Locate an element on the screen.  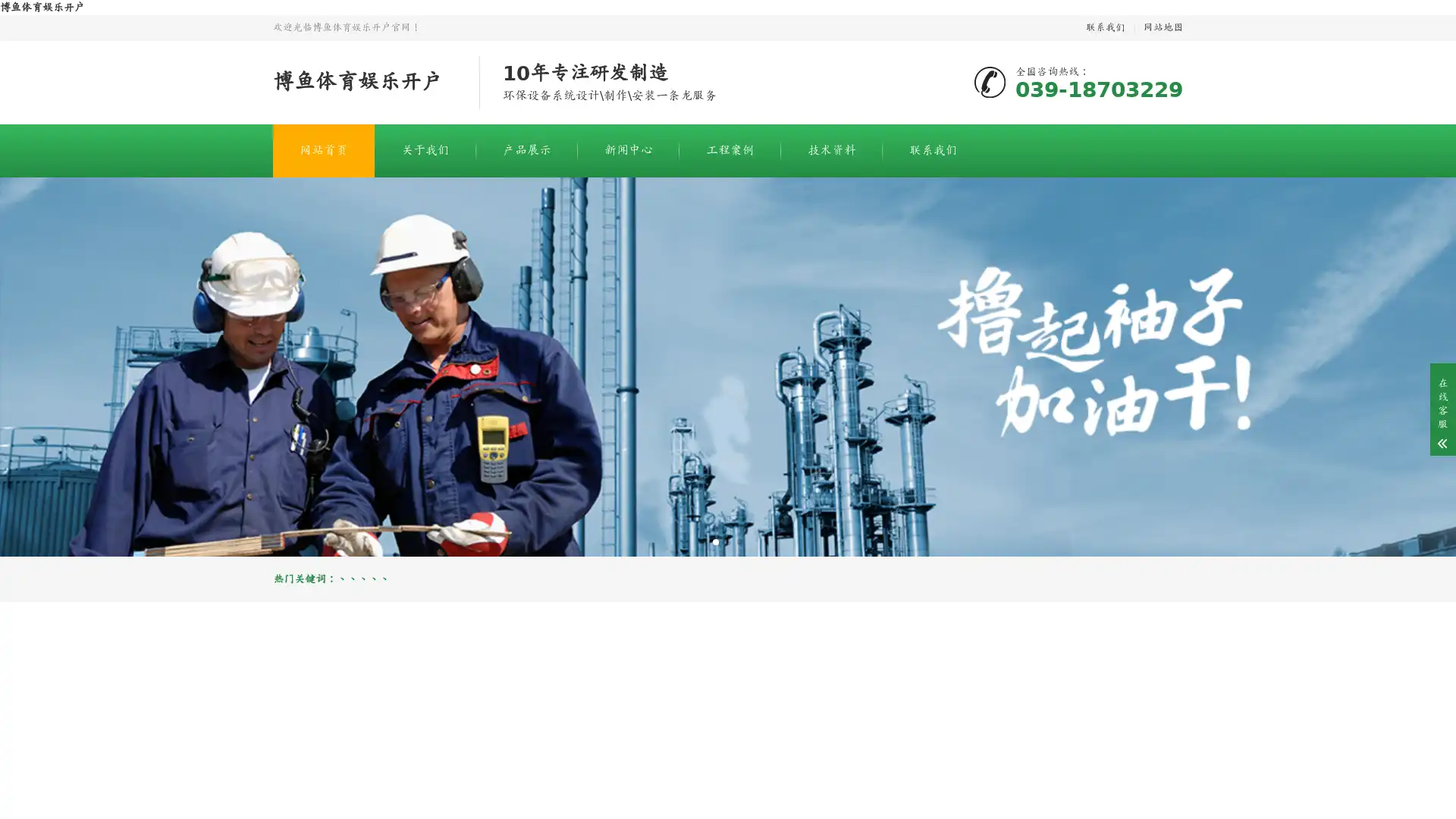
Go to slide 2 is located at coordinates (728, 541).